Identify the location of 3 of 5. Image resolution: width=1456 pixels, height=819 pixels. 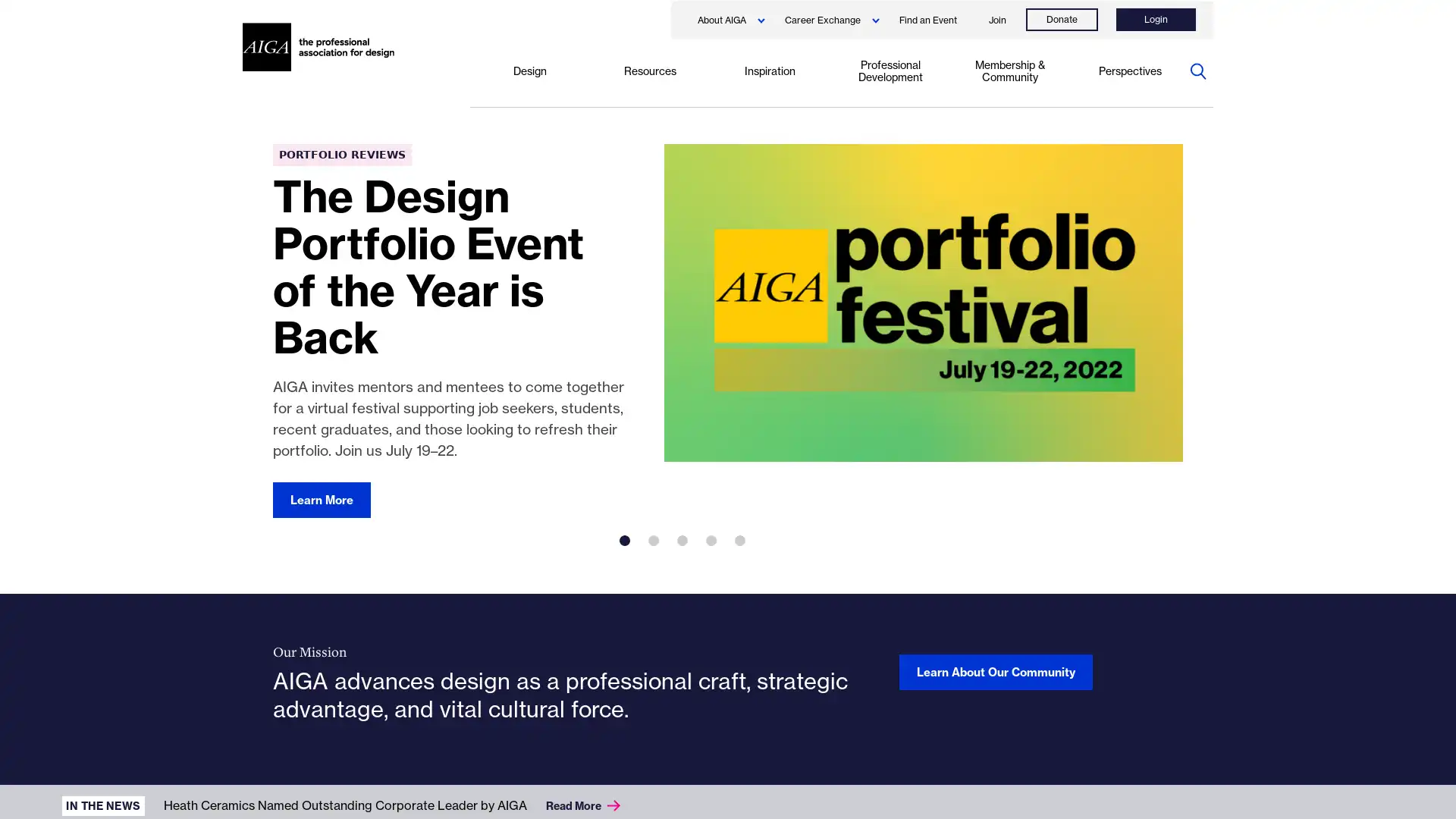
(682, 540).